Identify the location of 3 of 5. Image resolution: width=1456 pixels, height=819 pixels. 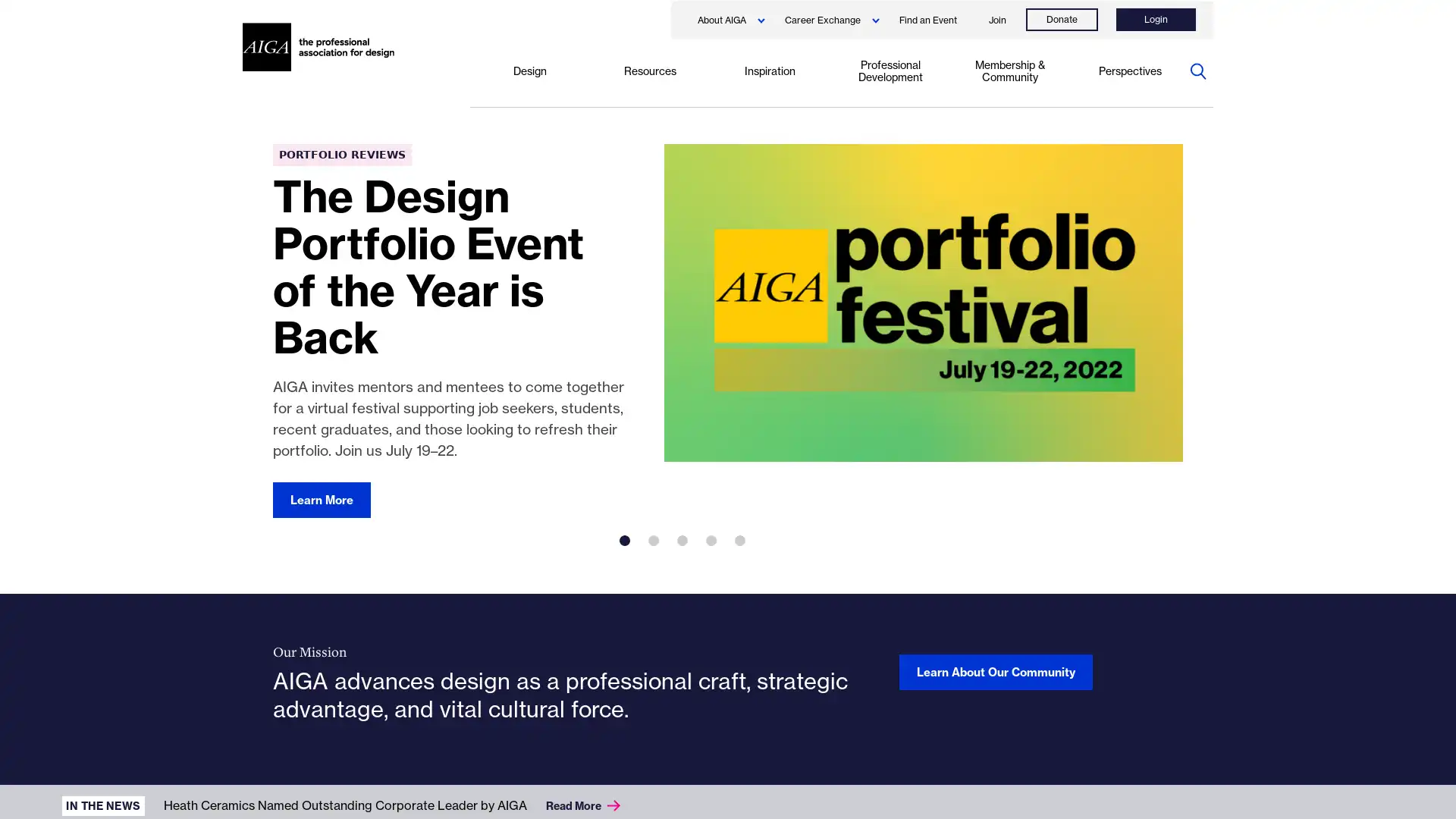
(682, 540).